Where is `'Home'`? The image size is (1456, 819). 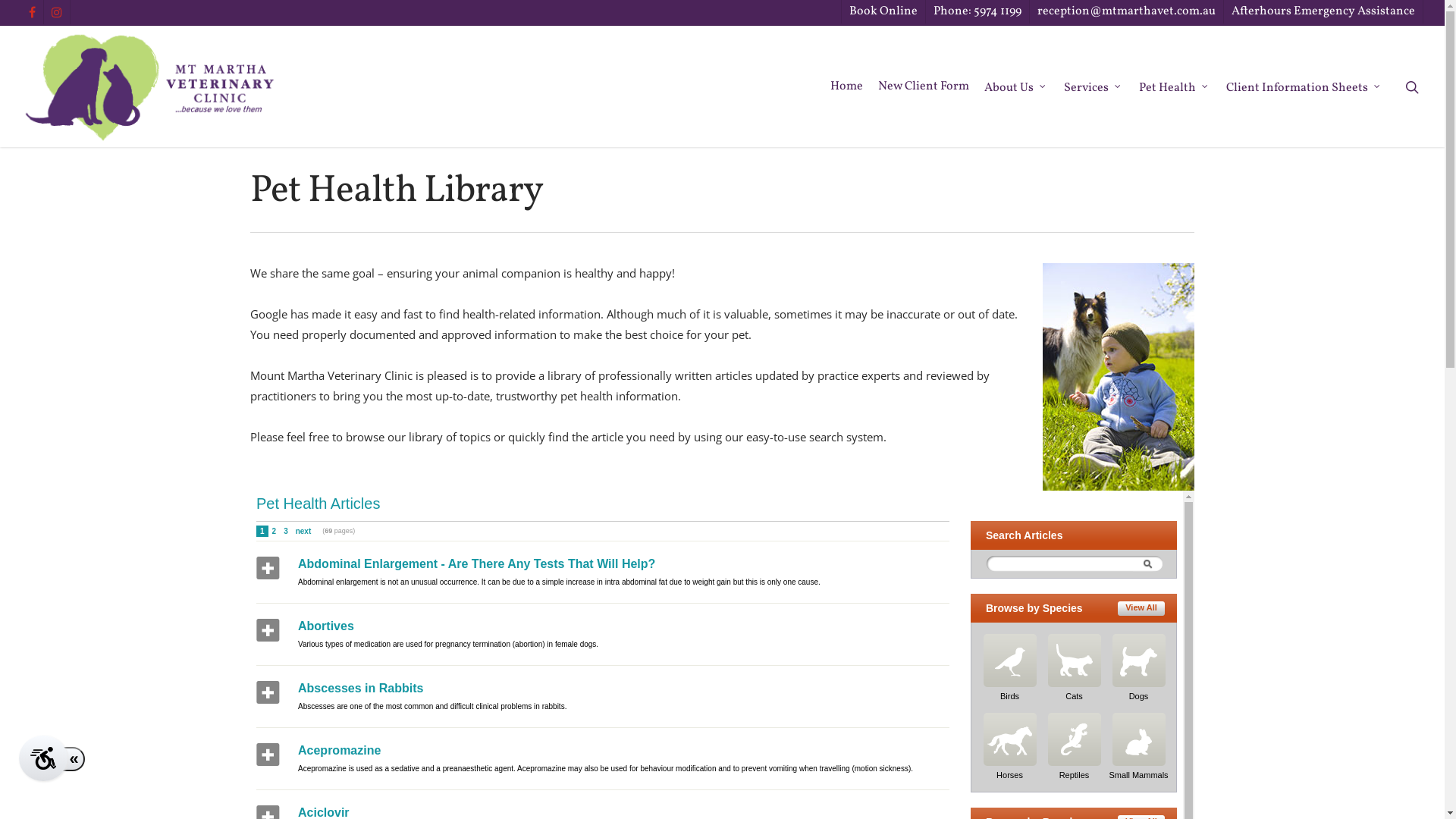 'Home' is located at coordinates (829, 86).